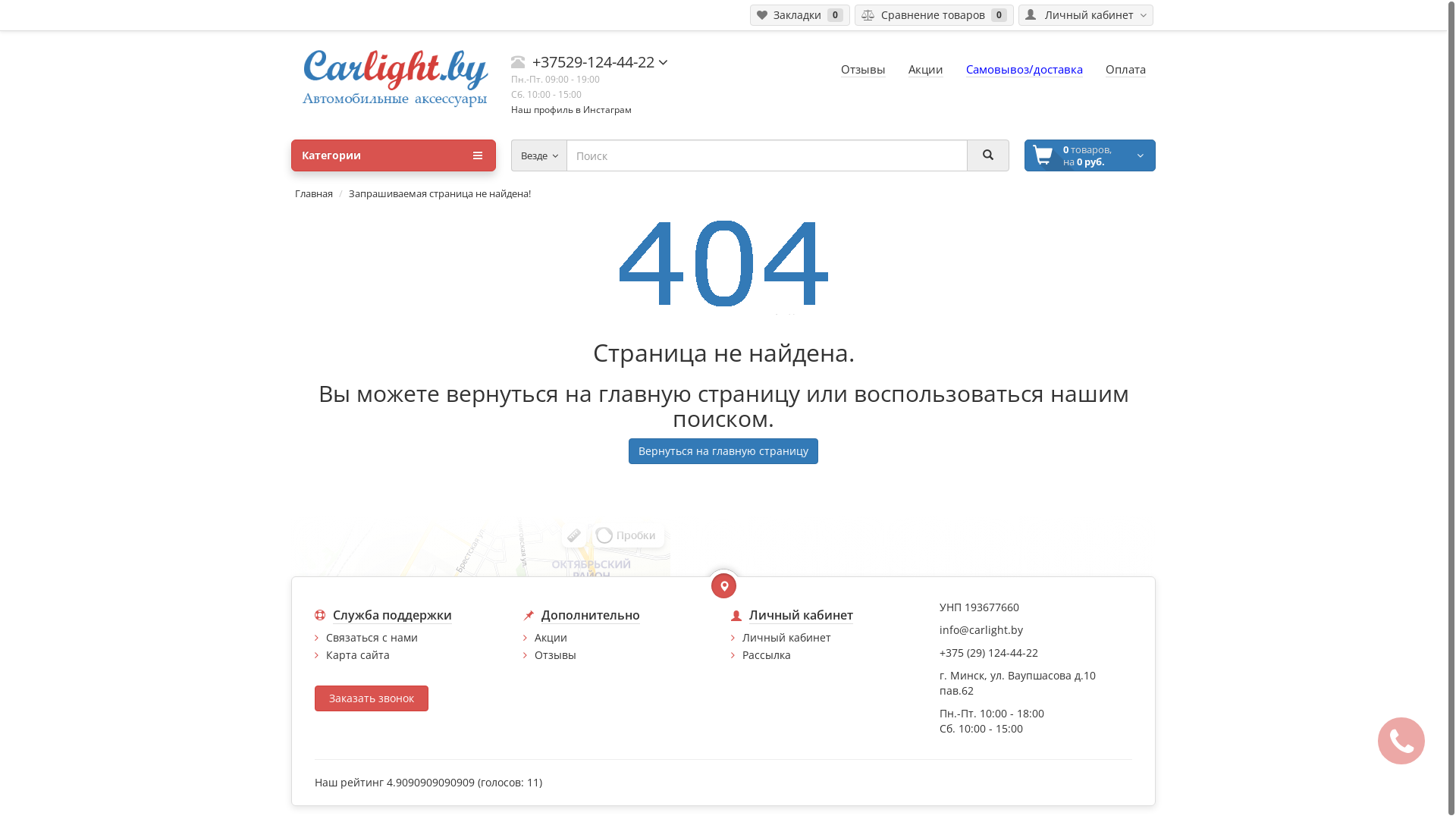 The width and height of the screenshot is (1456, 819). Describe the element at coordinates (938, 629) in the screenshot. I see `'info@carlight.by'` at that location.